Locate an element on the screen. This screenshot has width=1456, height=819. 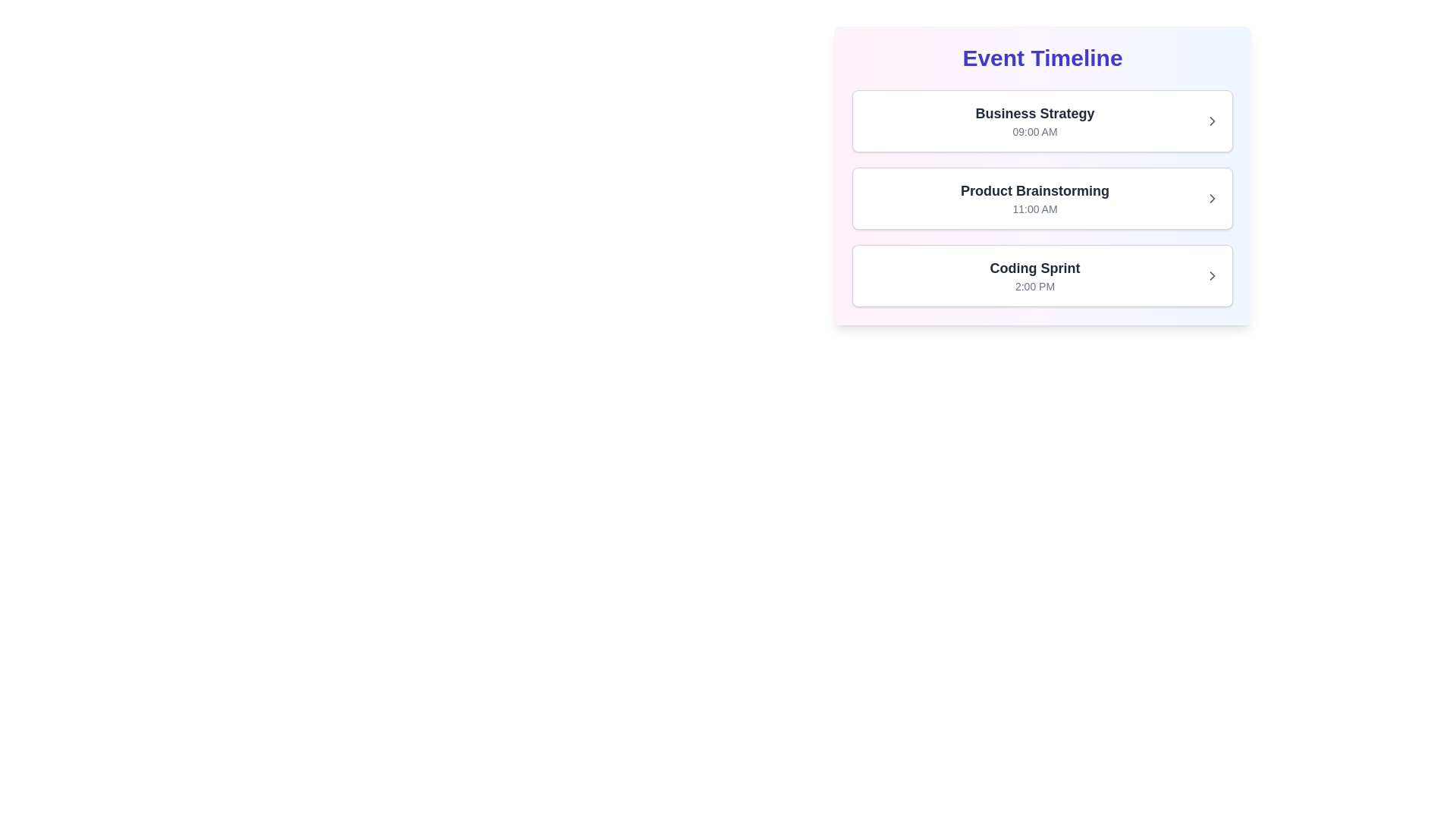
the topmost event card in the 'Event Timeline' labeled 'Business Strategy' scheduled for 09:00 AM is located at coordinates (1041, 120).